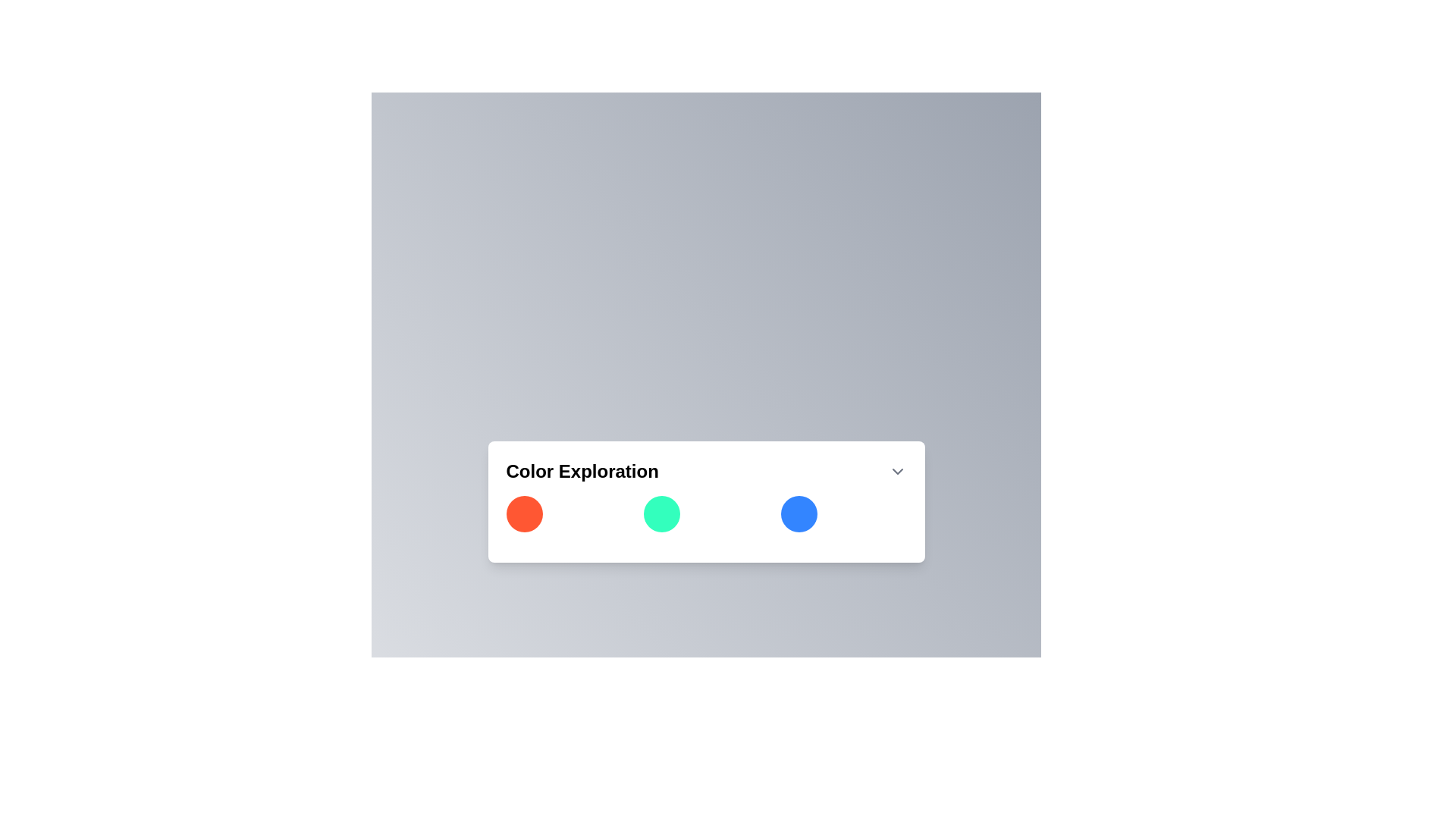 The width and height of the screenshot is (1456, 819). Describe the element at coordinates (799, 513) in the screenshot. I see `the distinctive vibrant blue circular button located under the 'Color Exploration' title` at that location.